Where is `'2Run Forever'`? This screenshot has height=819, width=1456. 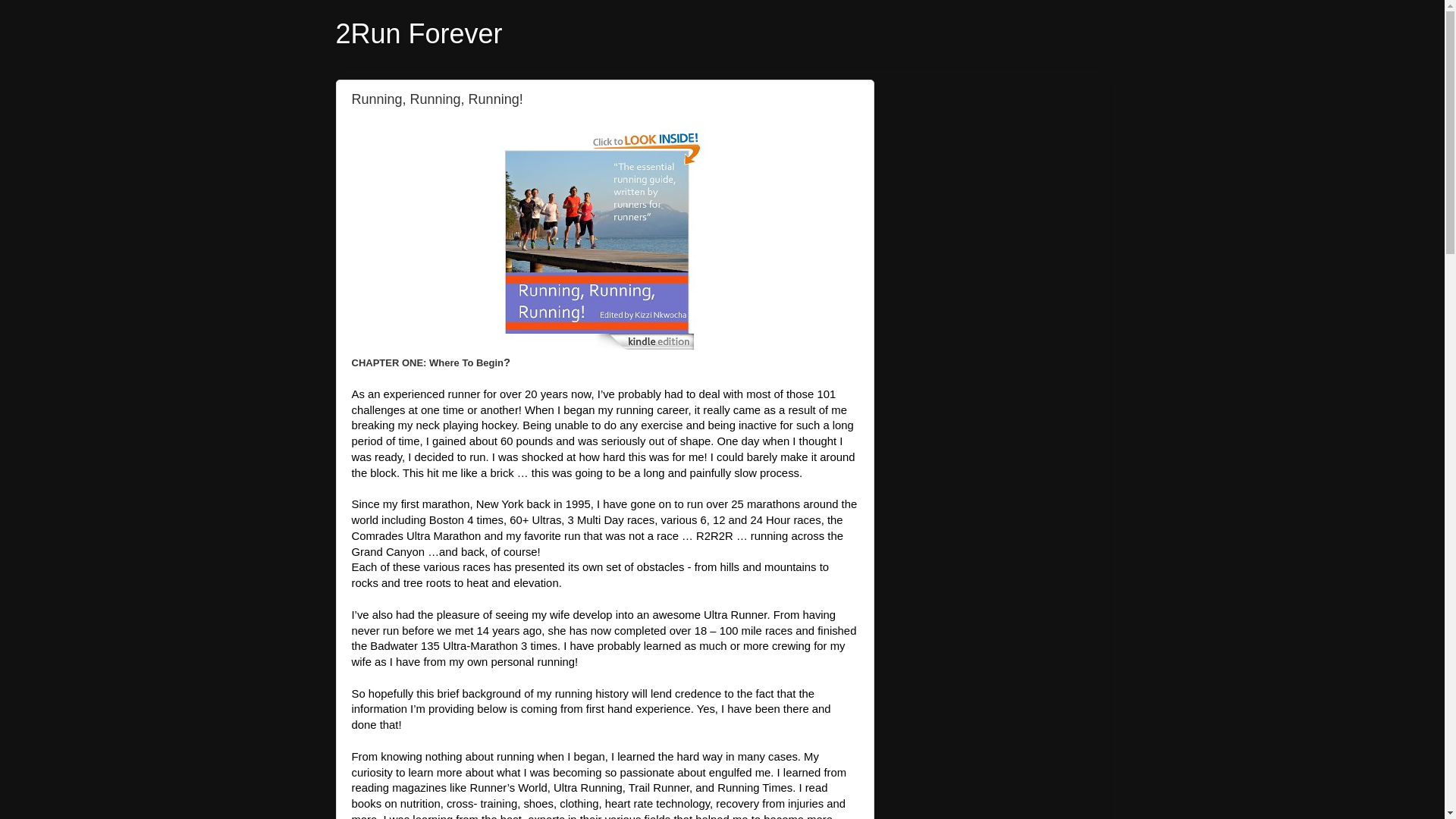 '2Run Forever' is located at coordinates (419, 33).